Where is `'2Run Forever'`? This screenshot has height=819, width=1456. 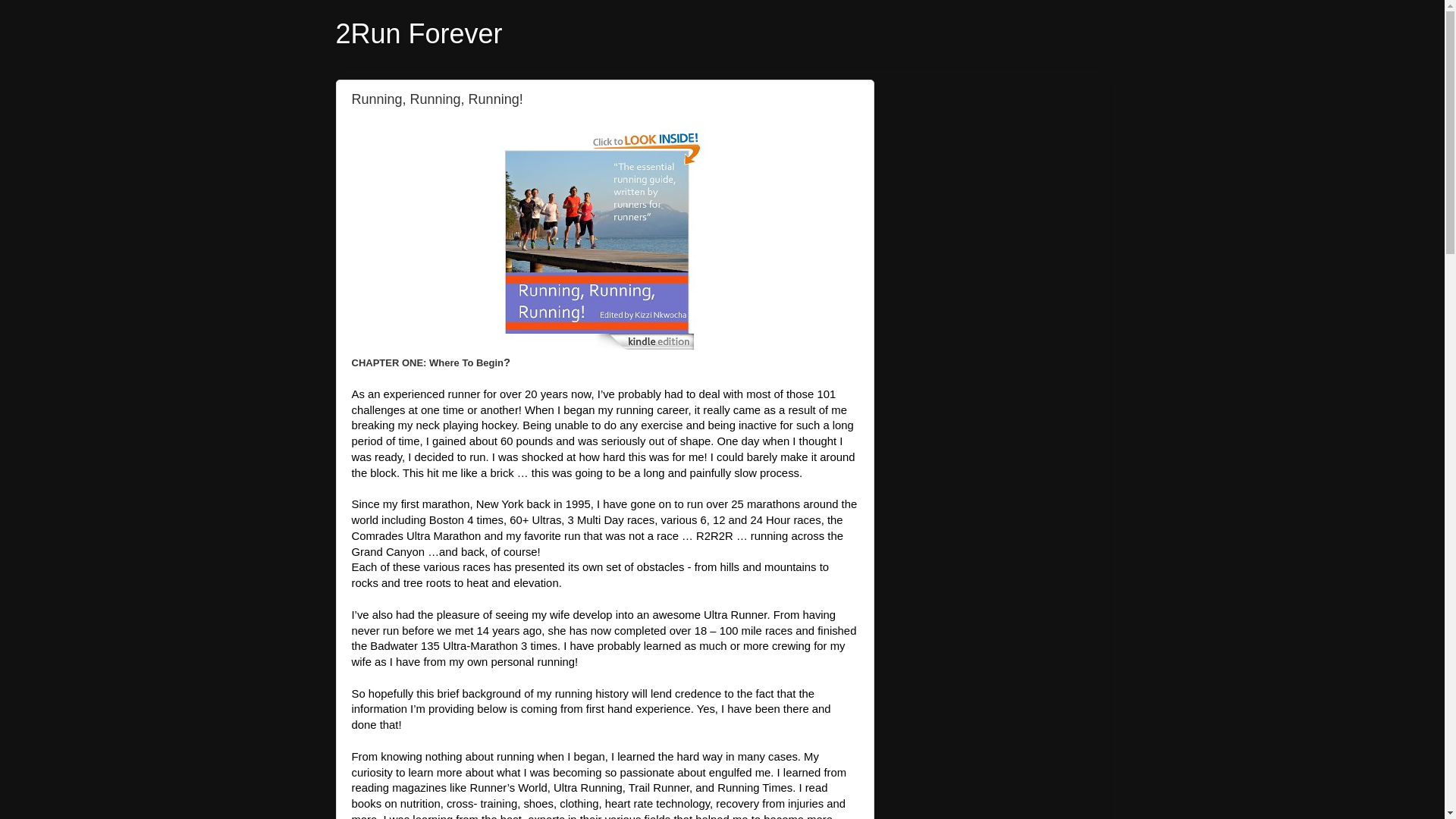 '2Run Forever' is located at coordinates (419, 33).